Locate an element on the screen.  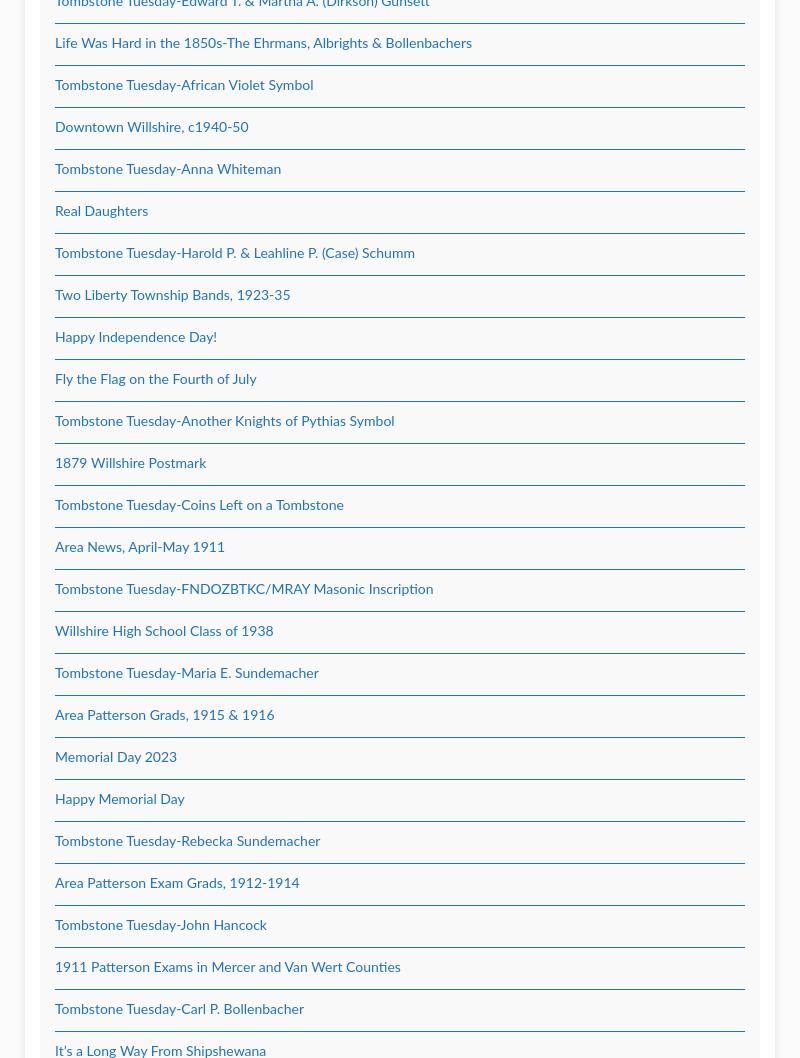
'Tombstone Tuesday-Coins Left on a Tombstone' is located at coordinates (198, 505).